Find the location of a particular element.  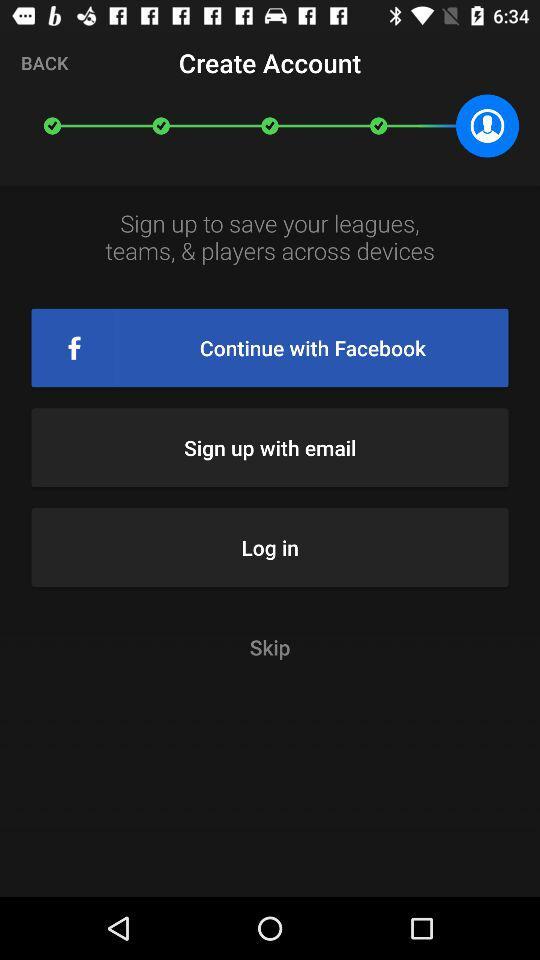

the icon to the left of the create account item is located at coordinates (44, 62).